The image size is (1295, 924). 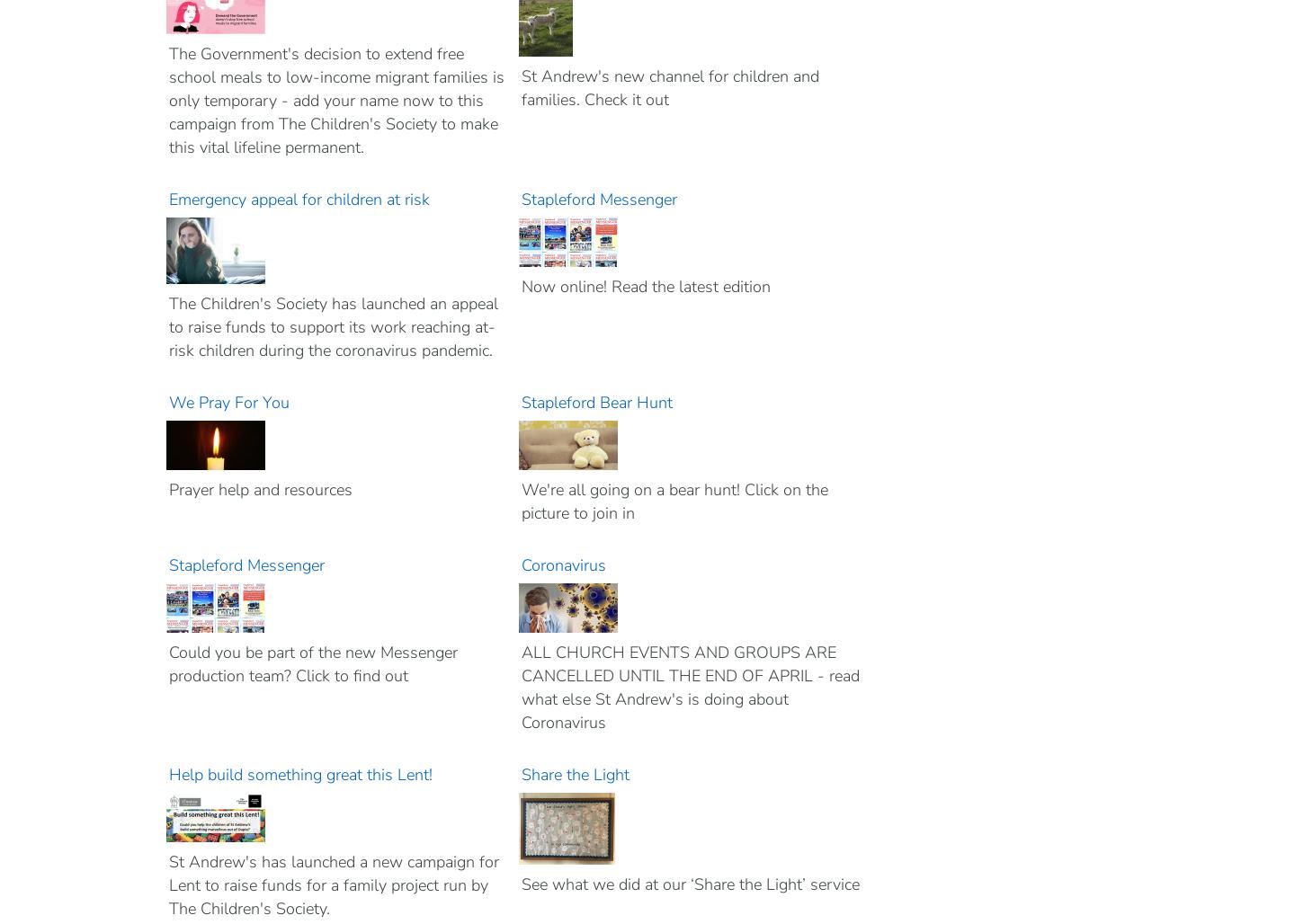 I want to click on 'Stapleford Bear Hunt', so click(x=521, y=403).